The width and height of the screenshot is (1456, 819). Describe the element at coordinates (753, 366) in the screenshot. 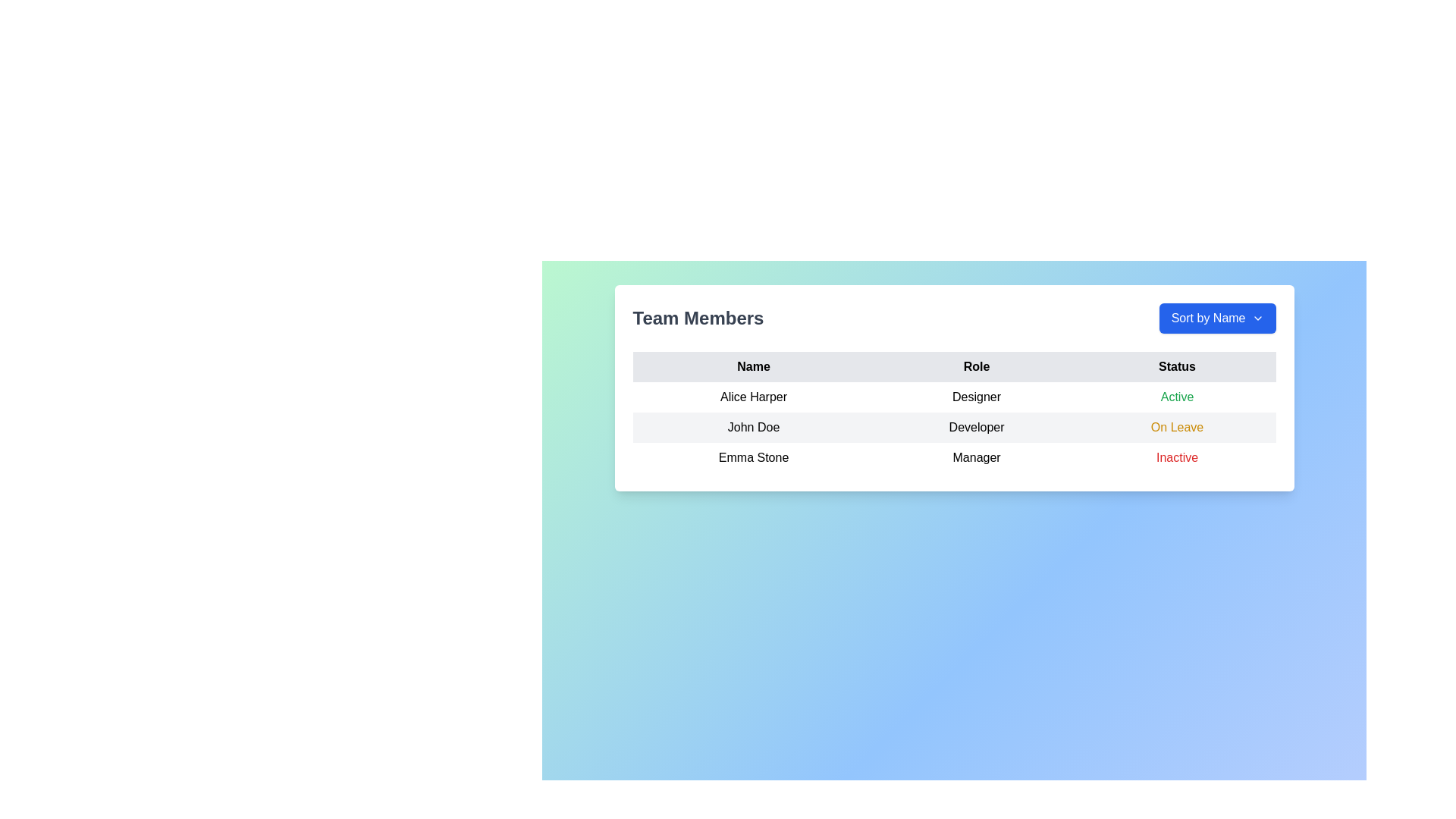

I see `the 'Name' text label, which is the first column header in the 'Team Members' table, featuring bold black text on a light gray background` at that location.